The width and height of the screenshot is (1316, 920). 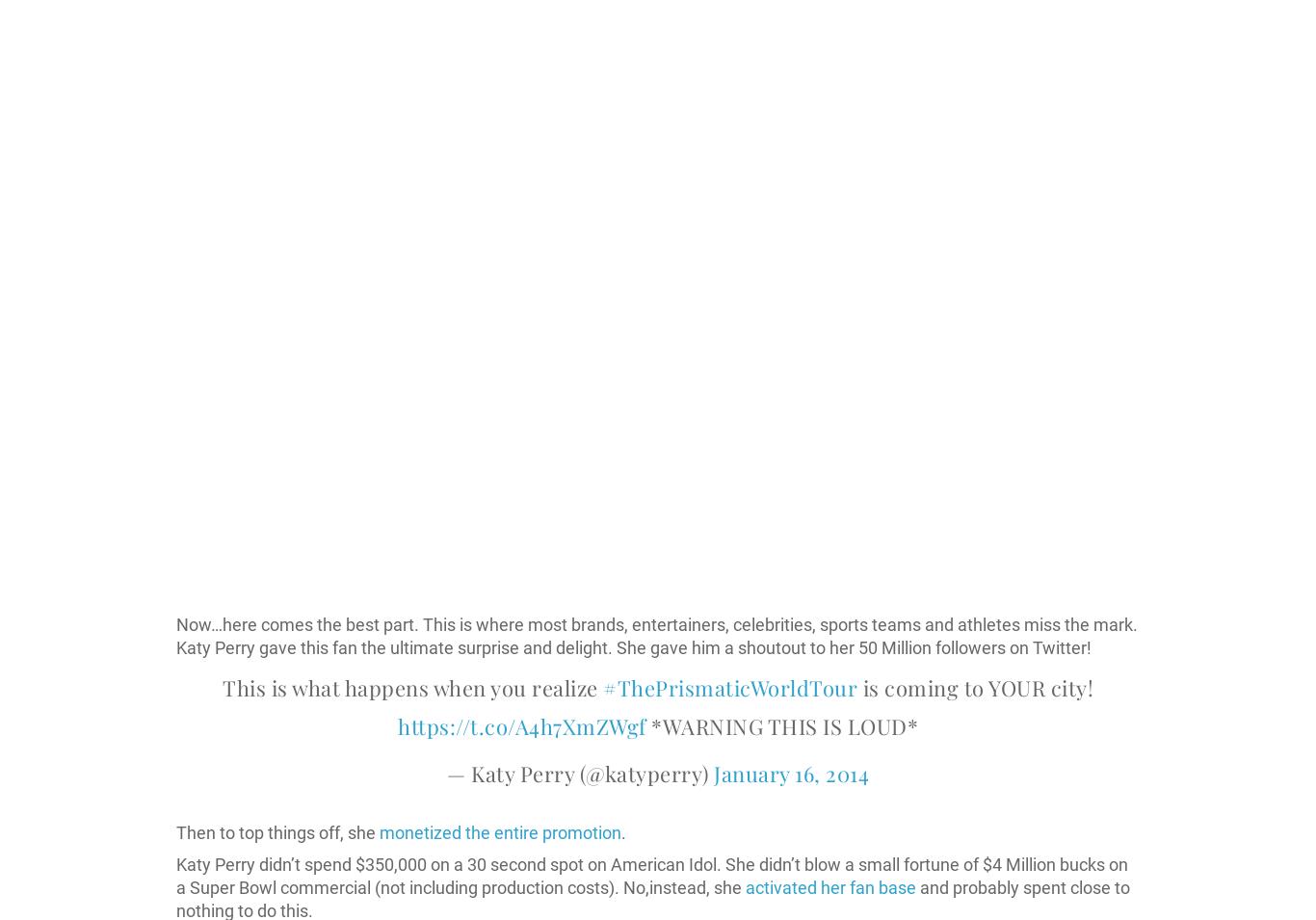 I want to click on 'is coming to YOUR city!', so click(x=975, y=686).